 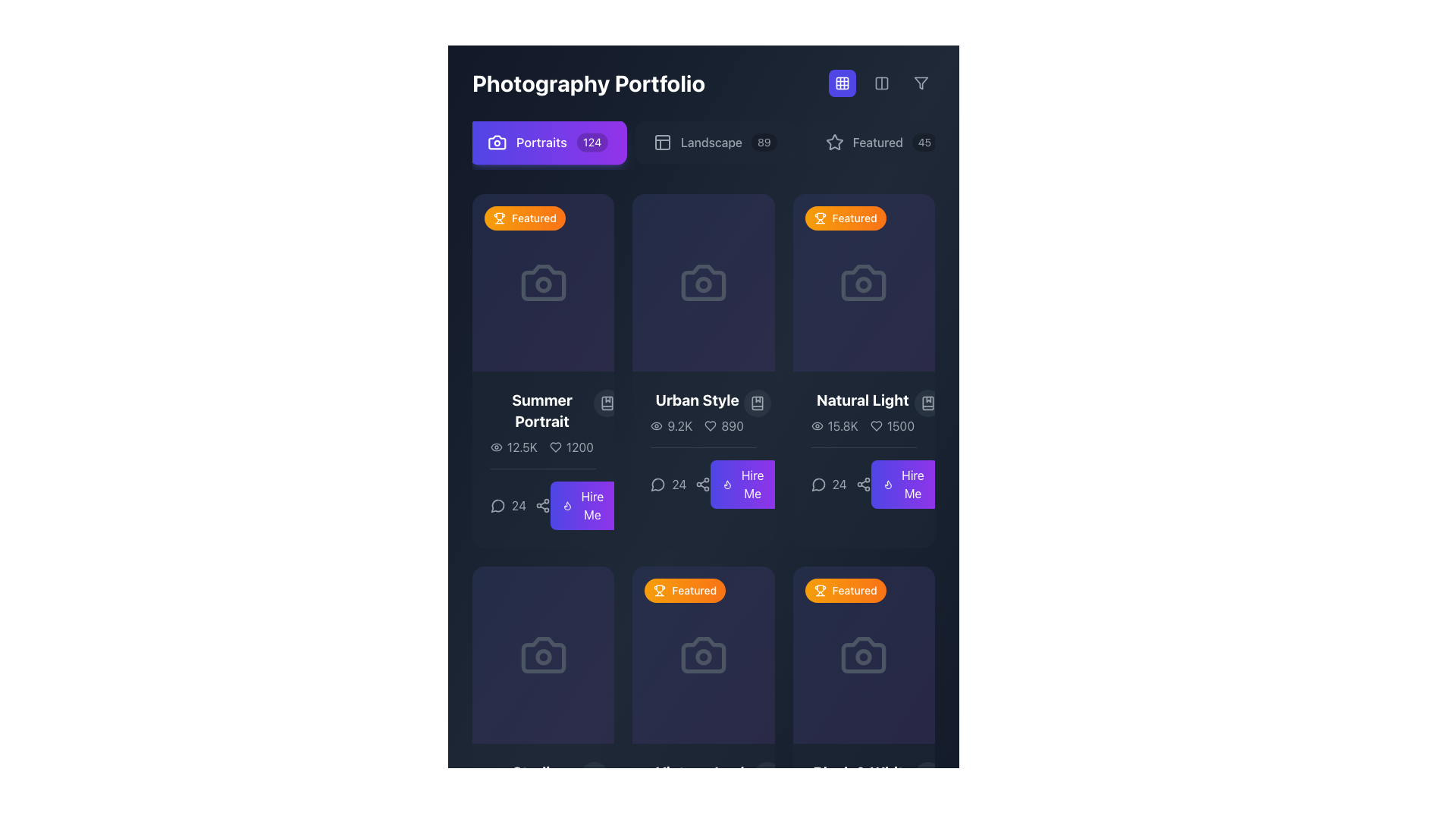 I want to click on the comment/message icon, which is a circular speech bubble located in the bottom-left corner of the 'Summer Portrait' card, so click(x=497, y=506).